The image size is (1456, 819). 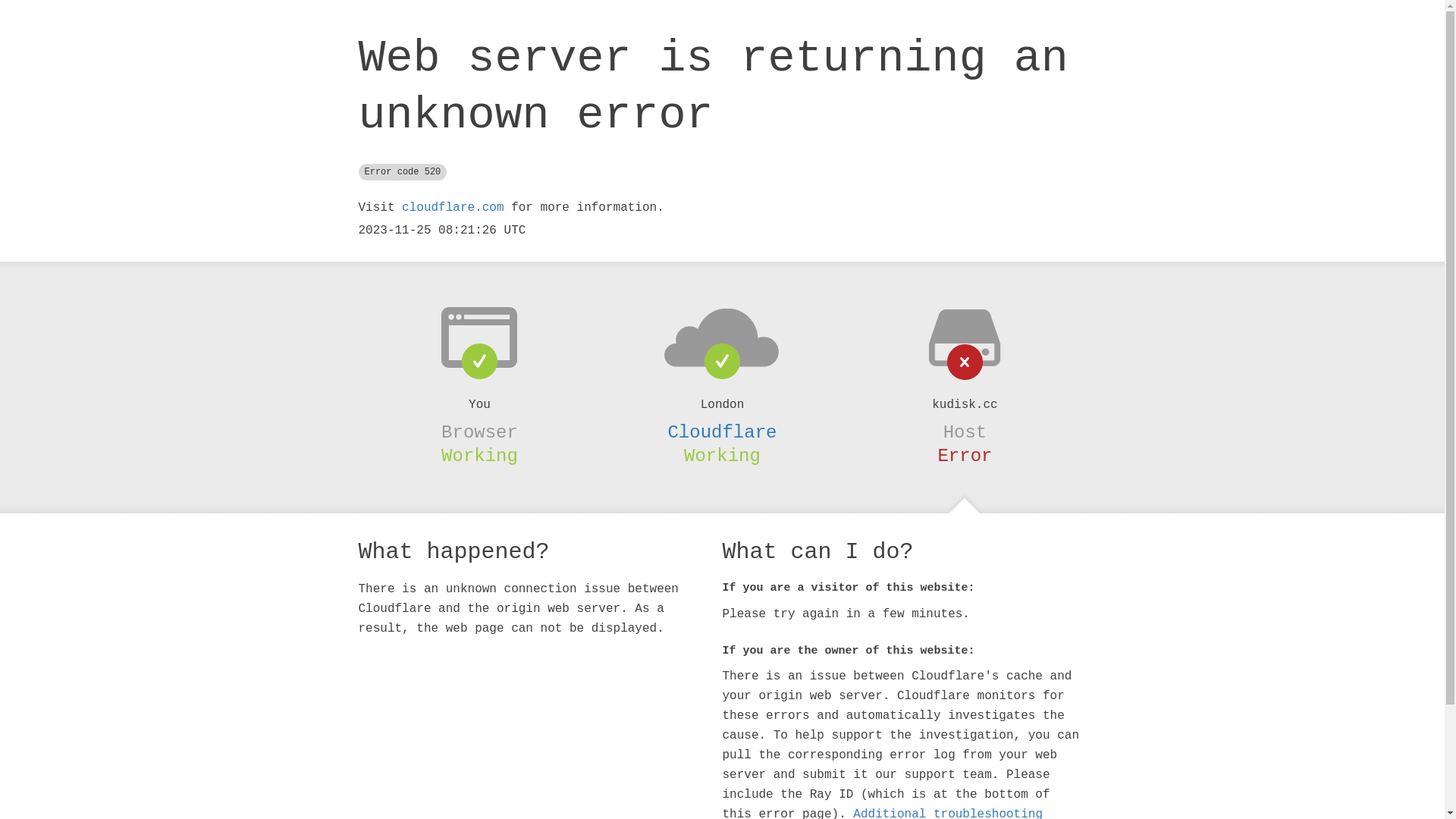 I want to click on 'Cloudflare', so click(x=720, y=432).